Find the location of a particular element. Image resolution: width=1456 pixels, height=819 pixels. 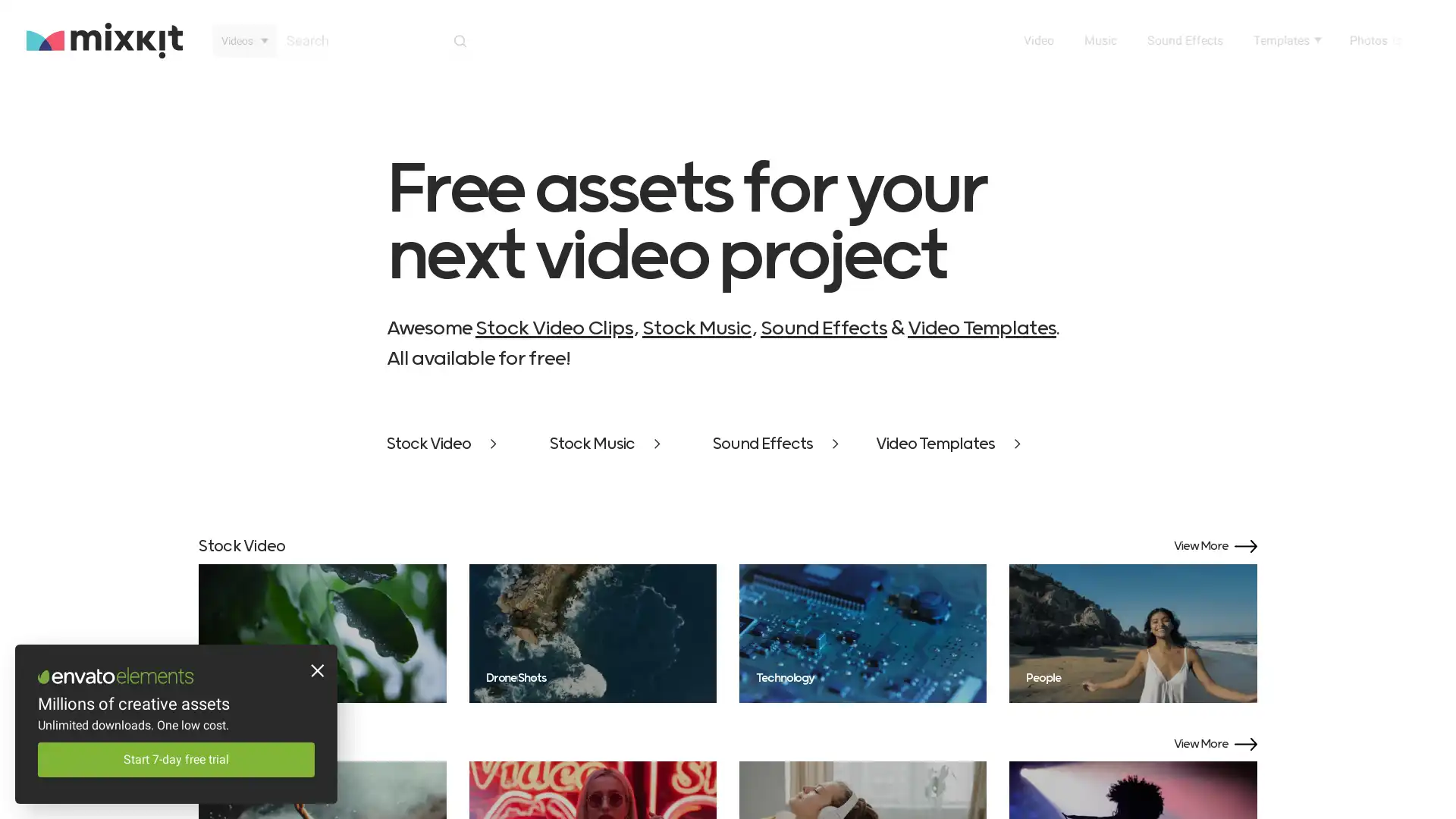

Search is located at coordinates (459, 39).